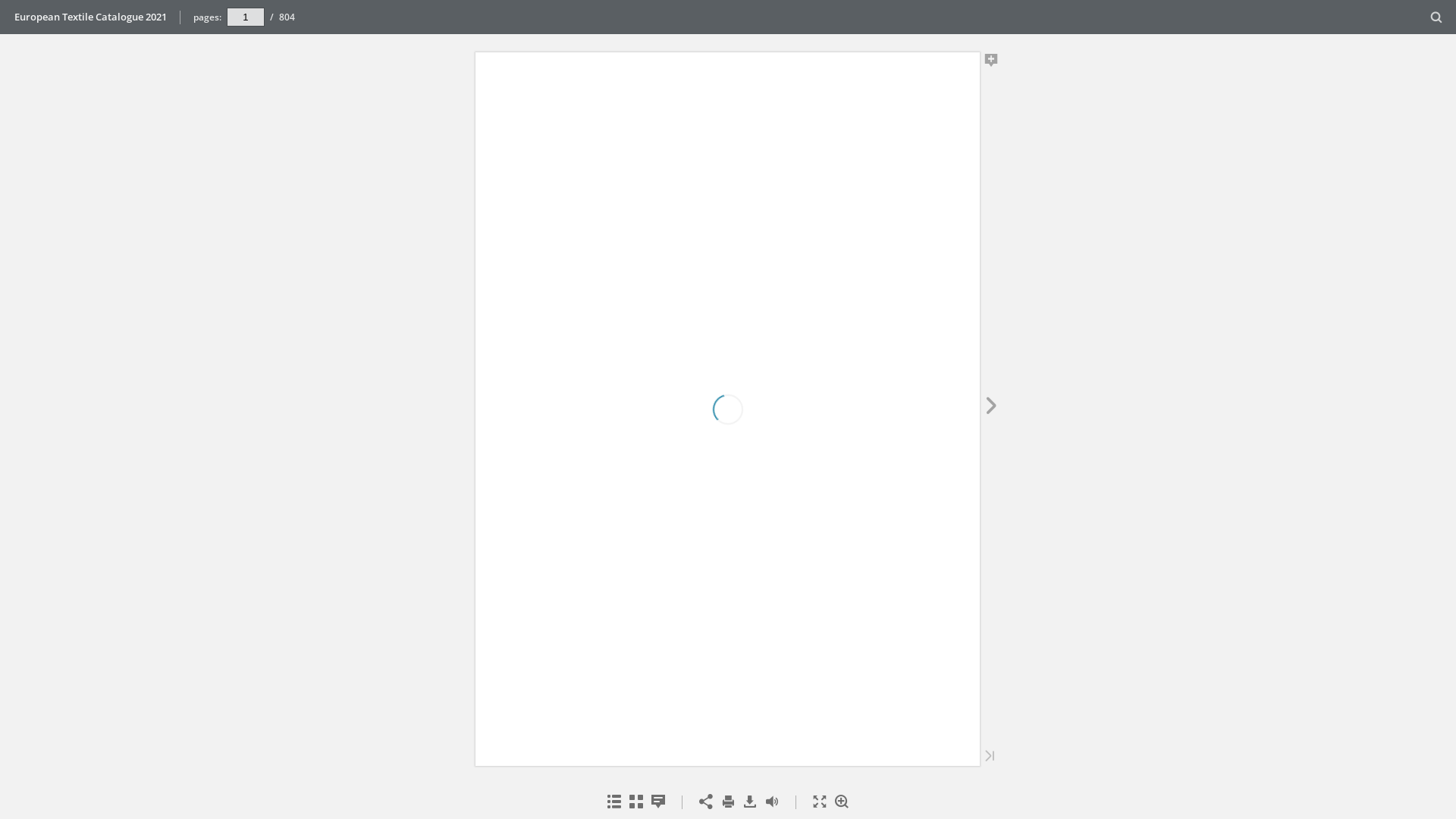  I want to click on 'Search', so click(1436, 17).